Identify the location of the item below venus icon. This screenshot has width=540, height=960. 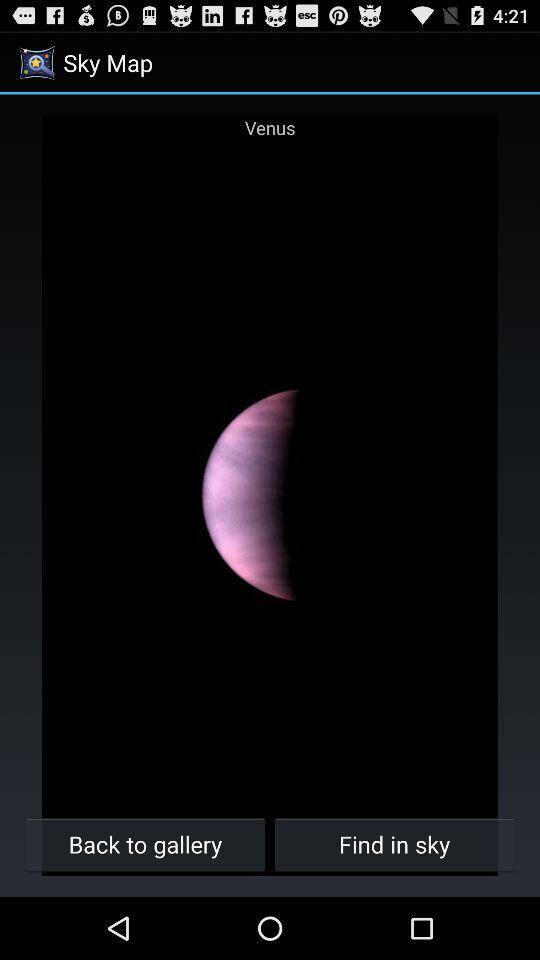
(144, 843).